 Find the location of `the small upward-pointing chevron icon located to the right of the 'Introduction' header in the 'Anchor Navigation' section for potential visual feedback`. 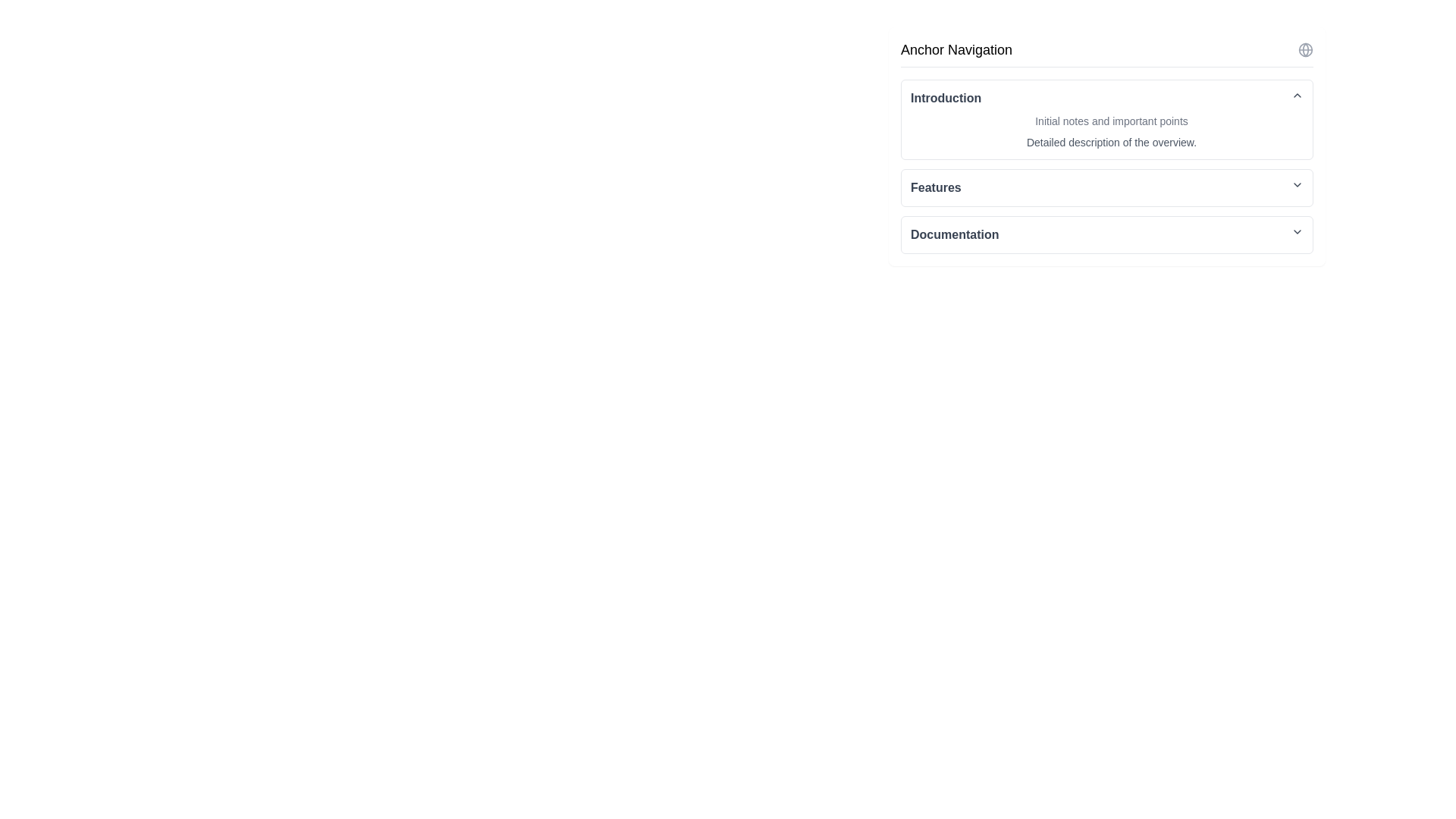

the small upward-pointing chevron icon located to the right of the 'Introduction' header in the 'Anchor Navigation' section for potential visual feedback is located at coordinates (1296, 96).